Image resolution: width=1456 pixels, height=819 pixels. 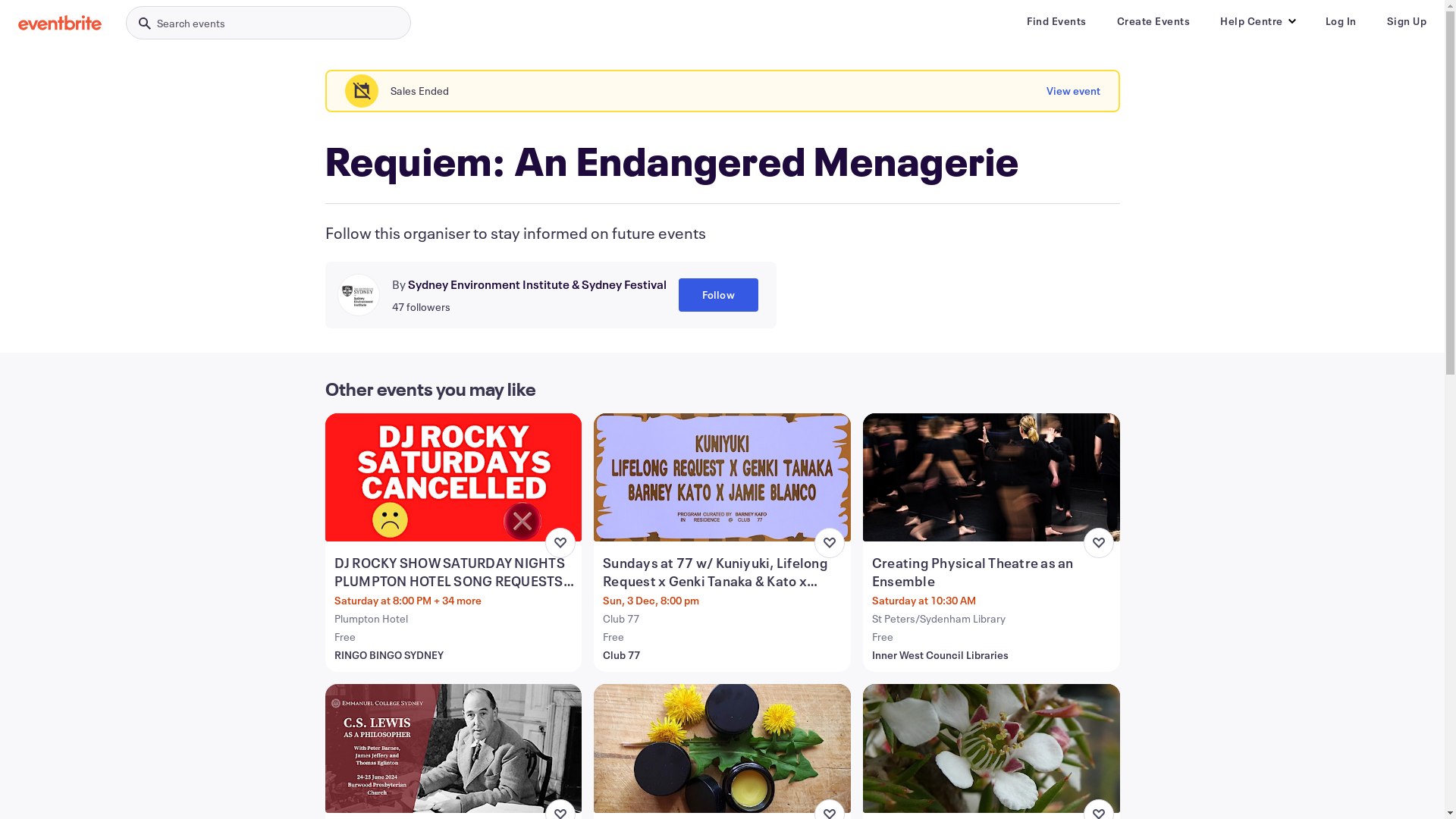 I want to click on 'Find Events', so click(x=1056, y=20).